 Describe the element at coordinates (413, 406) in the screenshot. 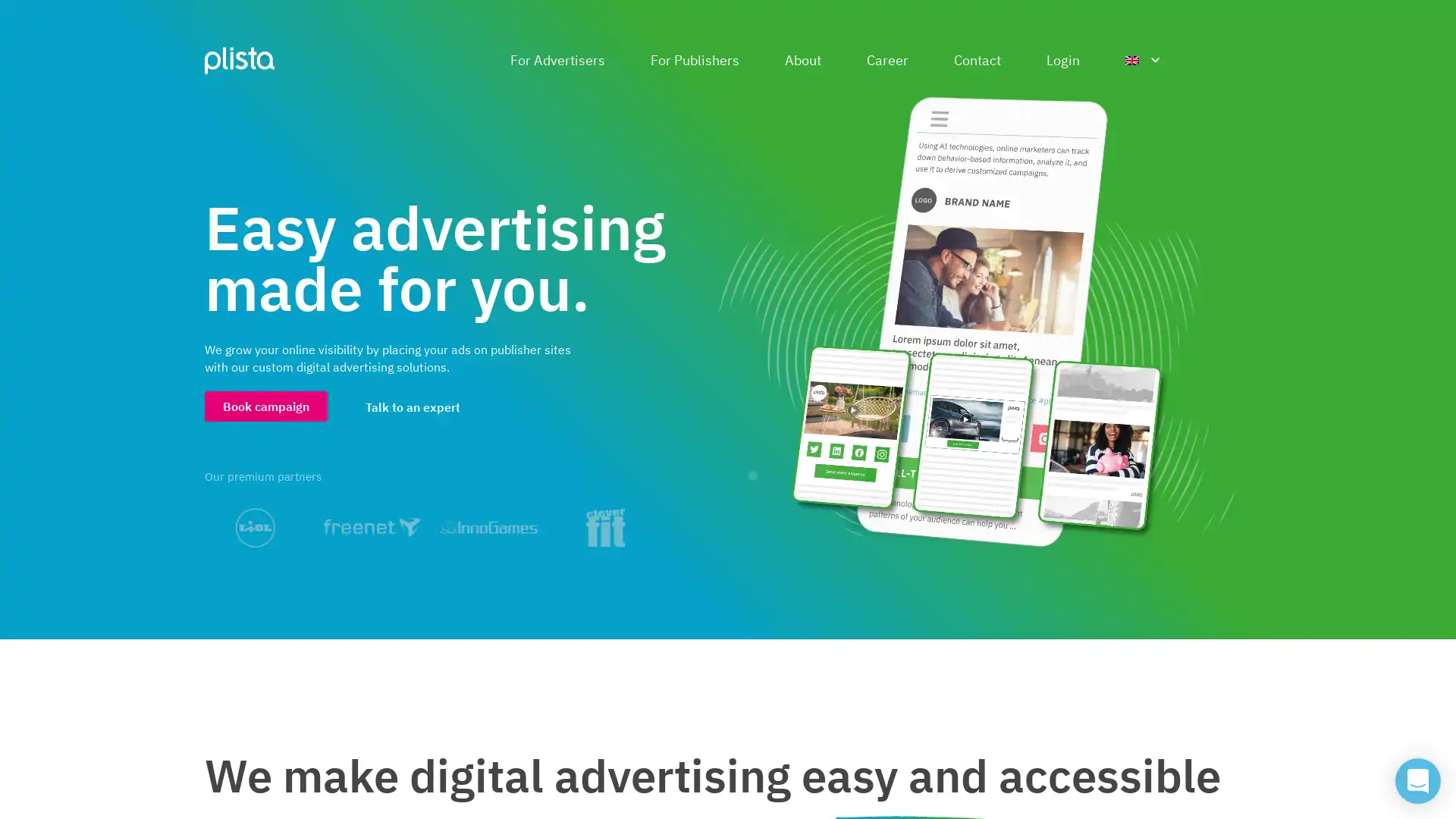

I see `Talk to an expert` at that location.